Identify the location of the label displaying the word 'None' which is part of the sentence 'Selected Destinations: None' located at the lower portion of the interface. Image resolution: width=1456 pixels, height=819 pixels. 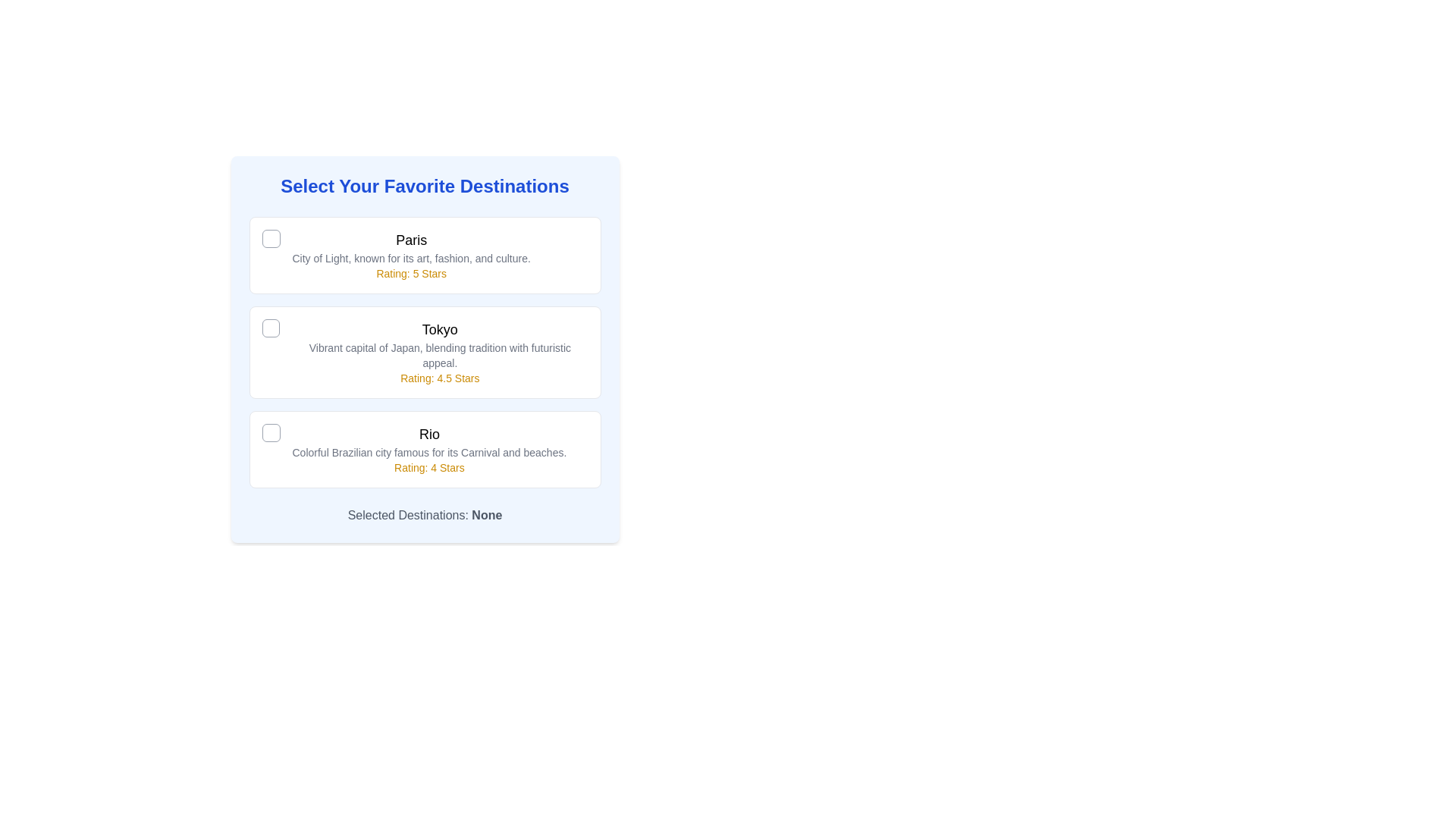
(487, 514).